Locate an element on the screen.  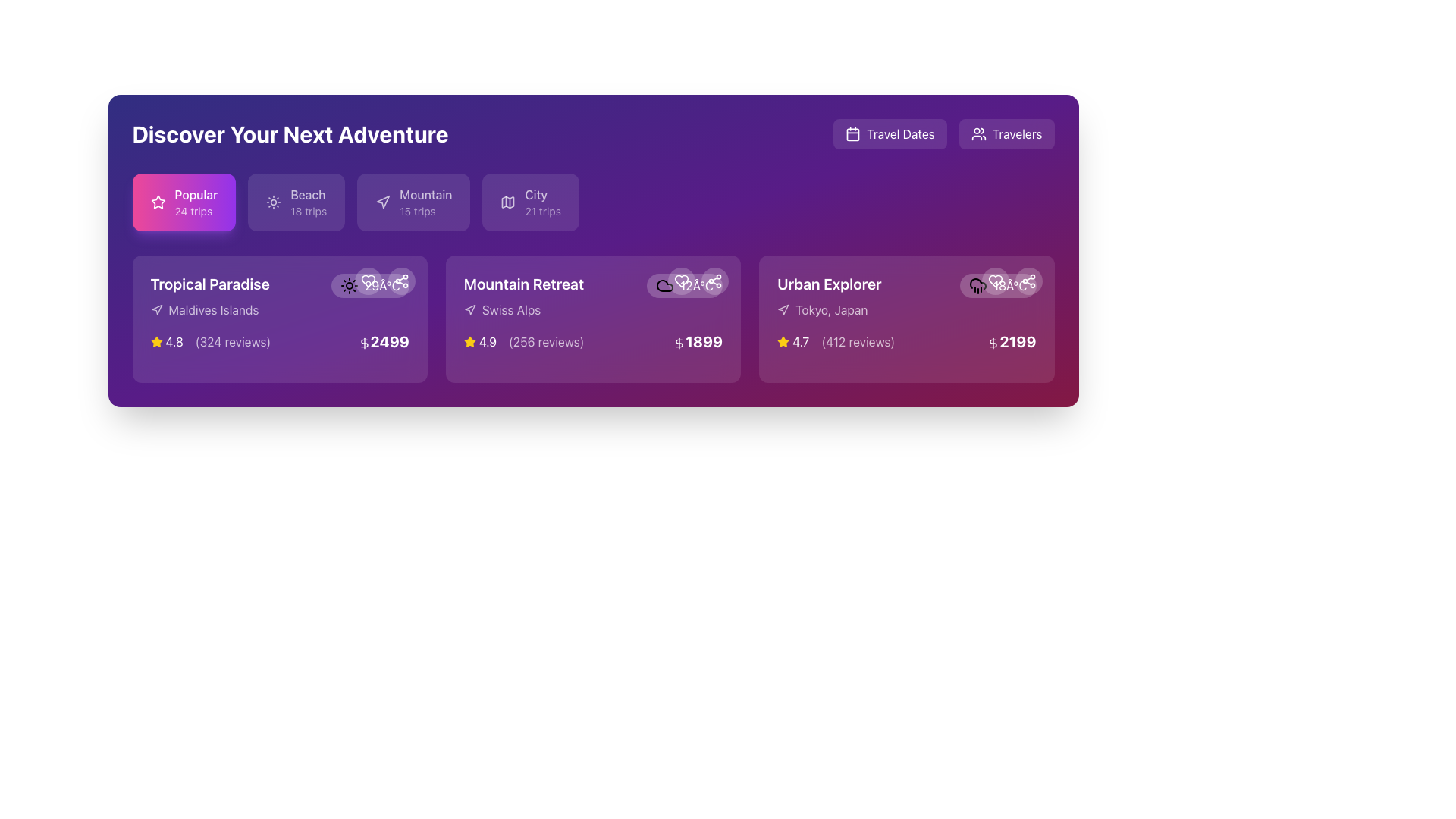
the 'share' button, which is the second circular button from the right in the top-right corner group of tools, located next to a heart-shaped button is located at coordinates (401, 281).